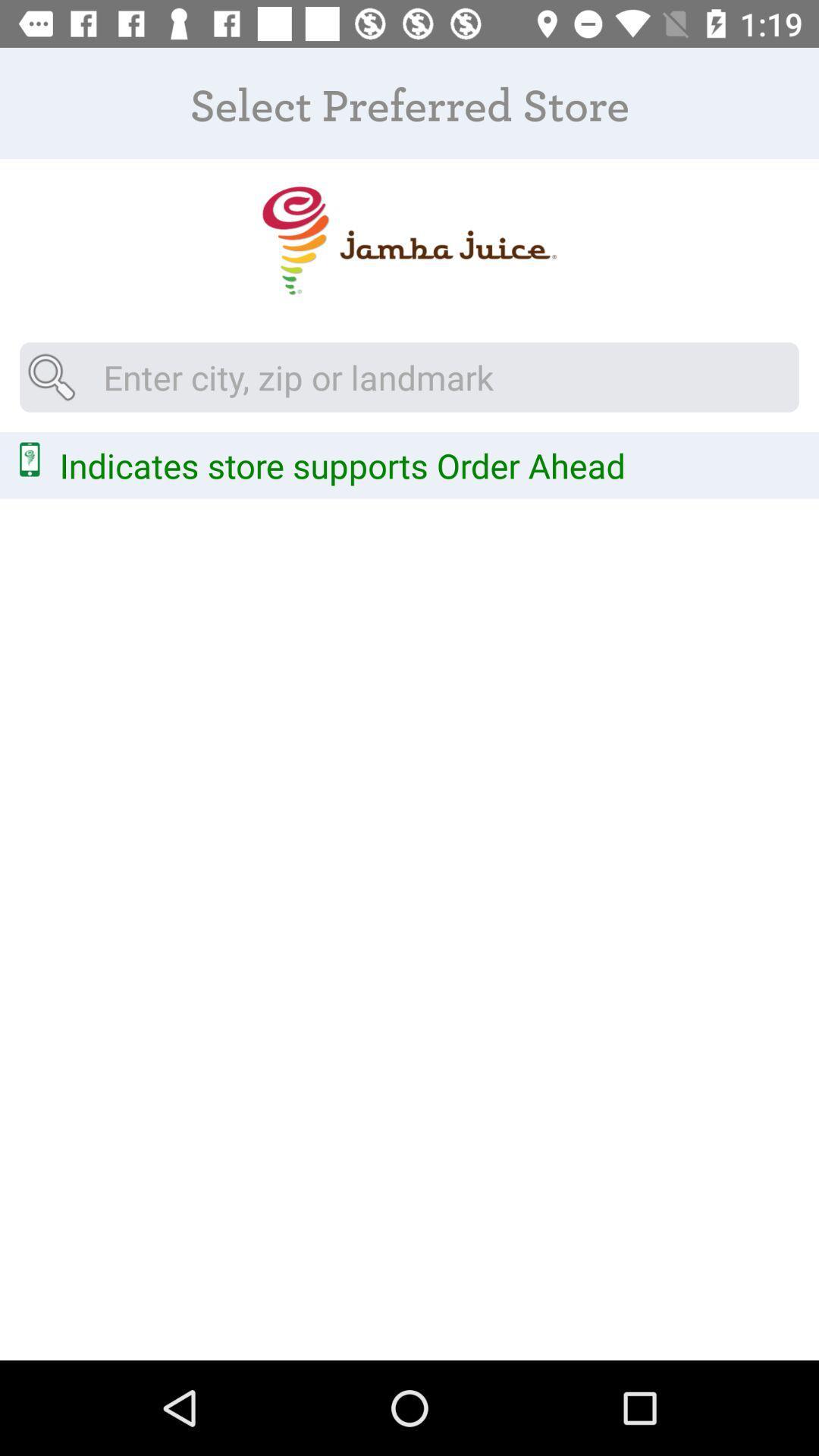  Describe the element at coordinates (408, 240) in the screenshot. I see `picture logo` at that location.